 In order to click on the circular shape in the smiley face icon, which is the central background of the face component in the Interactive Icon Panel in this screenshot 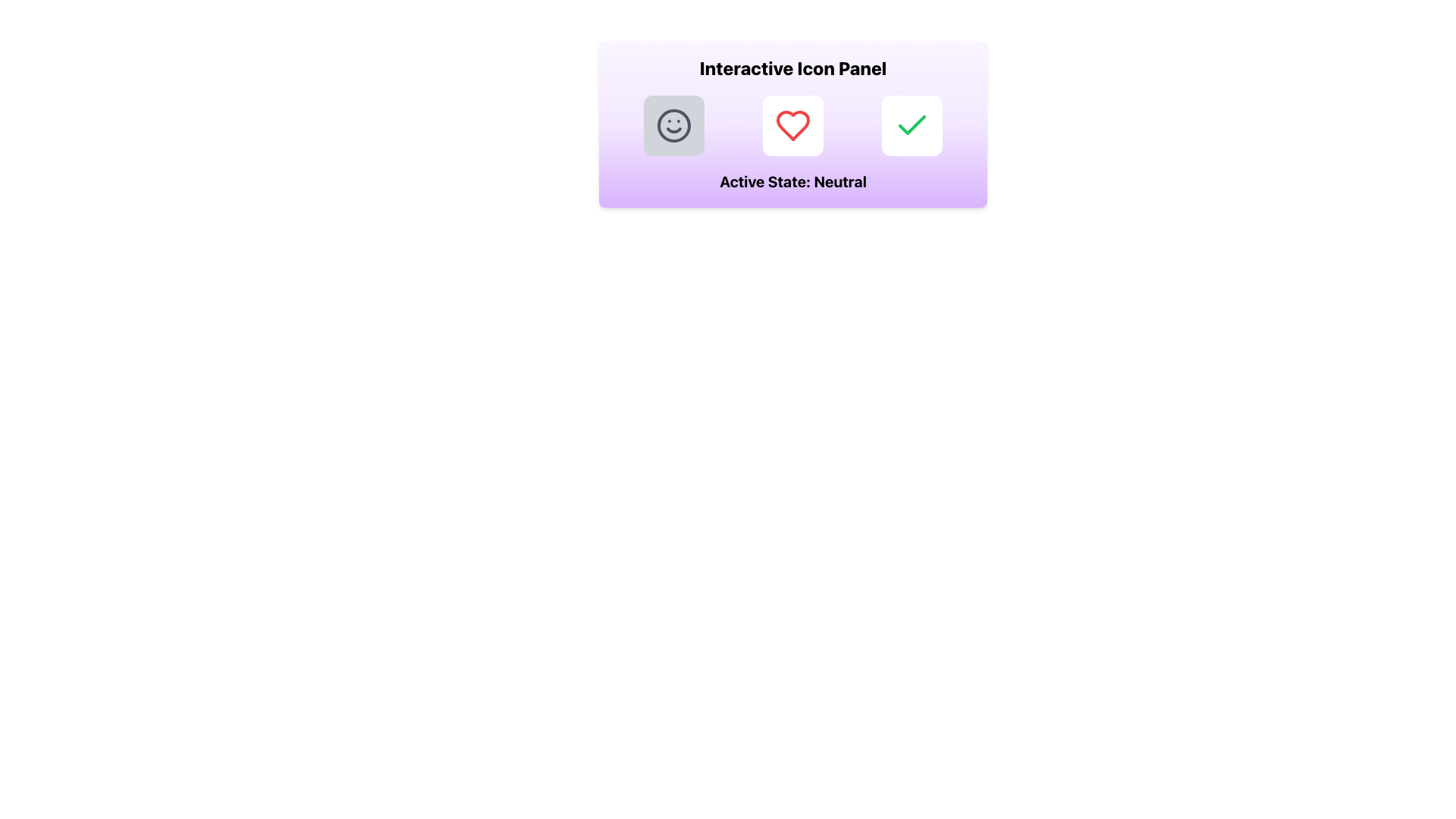, I will do `click(673, 124)`.